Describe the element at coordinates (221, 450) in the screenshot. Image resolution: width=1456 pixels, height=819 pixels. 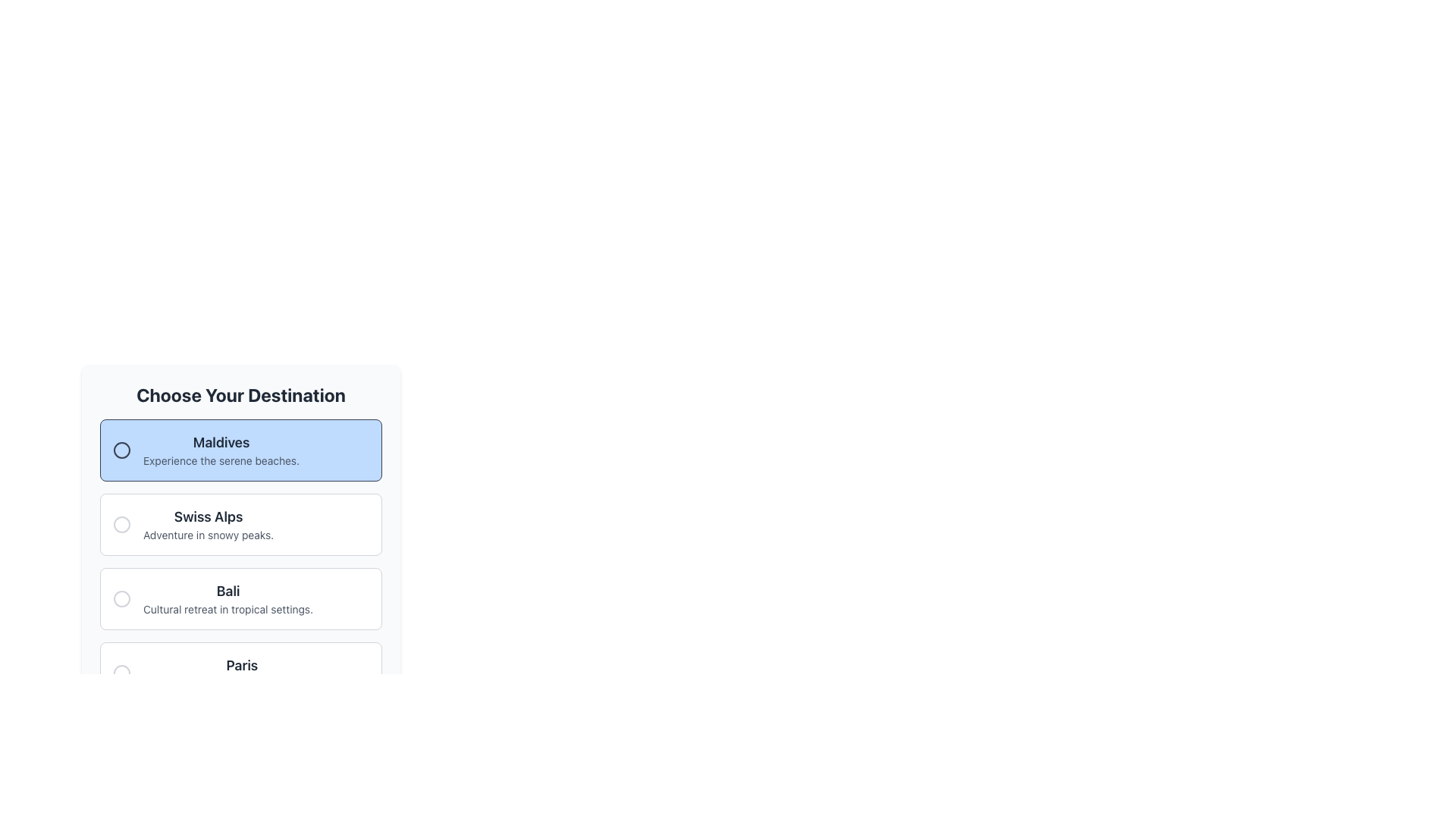
I see `the text block containing the header and description that displays 'Maldives' and 'Experience the serene beaches' to read more about the destination` at that location.